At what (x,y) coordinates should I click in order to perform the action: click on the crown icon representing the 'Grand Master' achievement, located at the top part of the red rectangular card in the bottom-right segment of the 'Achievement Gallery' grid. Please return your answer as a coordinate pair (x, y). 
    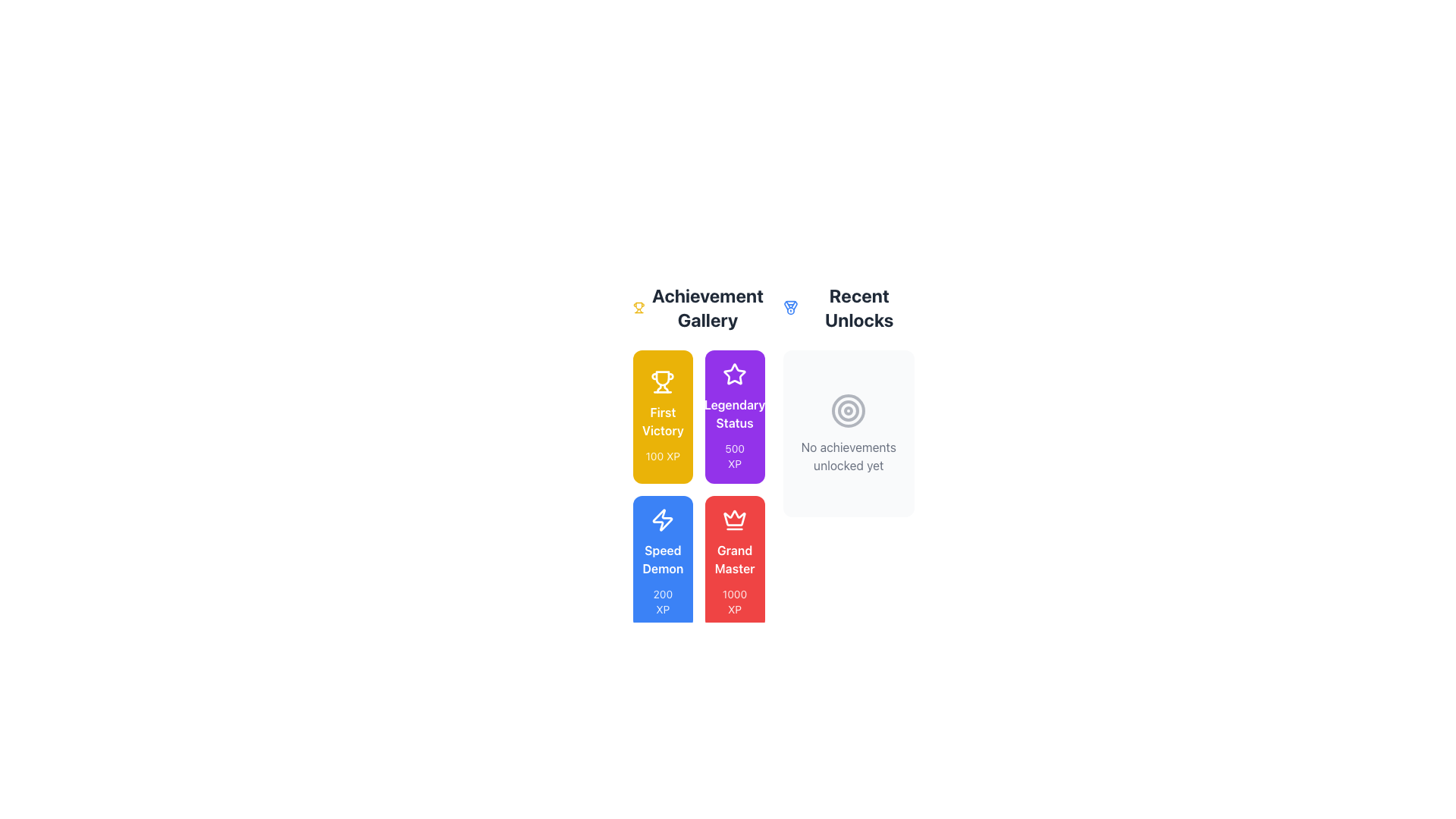
    Looking at the image, I should click on (735, 519).